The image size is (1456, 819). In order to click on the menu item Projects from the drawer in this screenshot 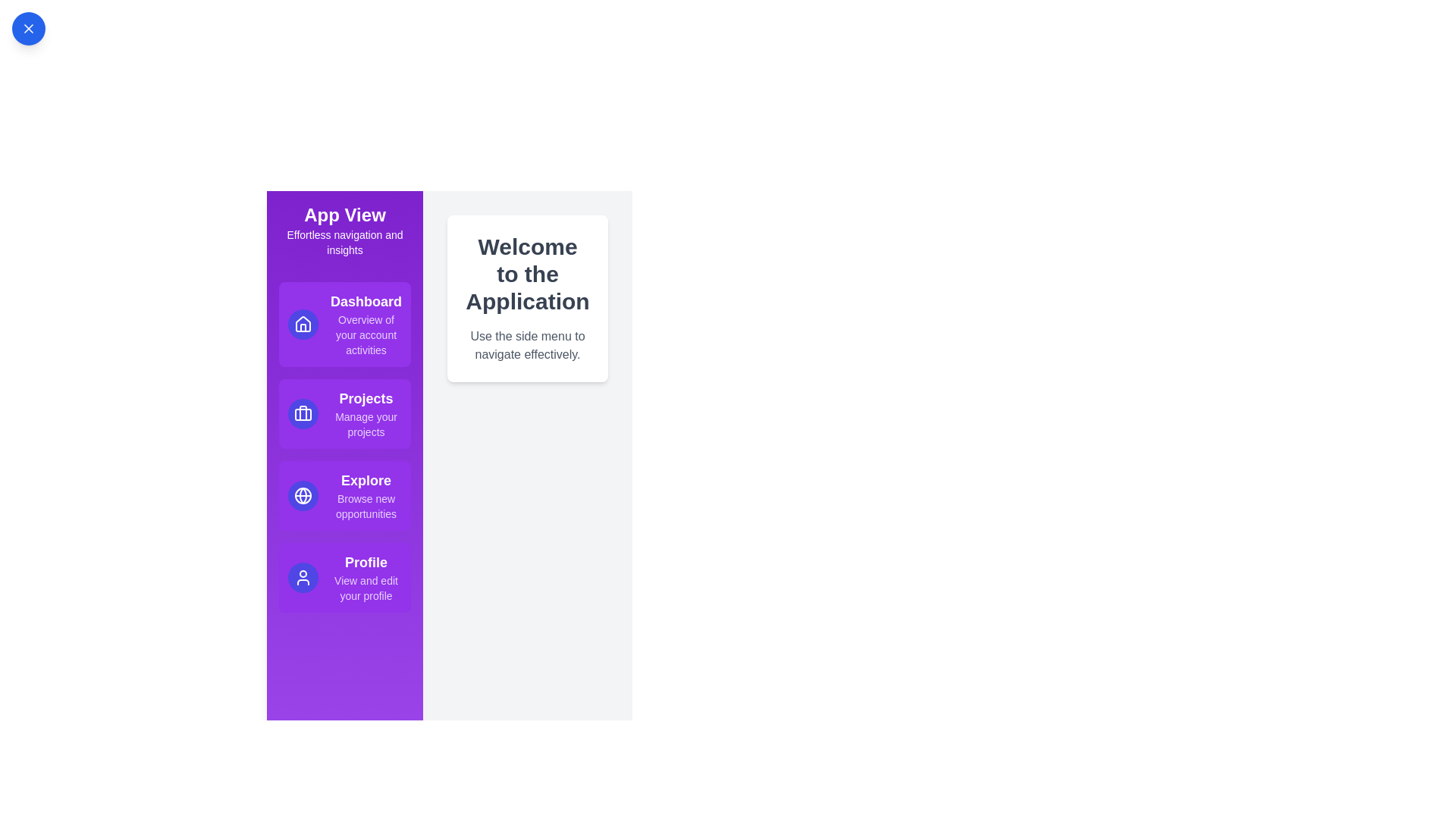, I will do `click(344, 414)`.